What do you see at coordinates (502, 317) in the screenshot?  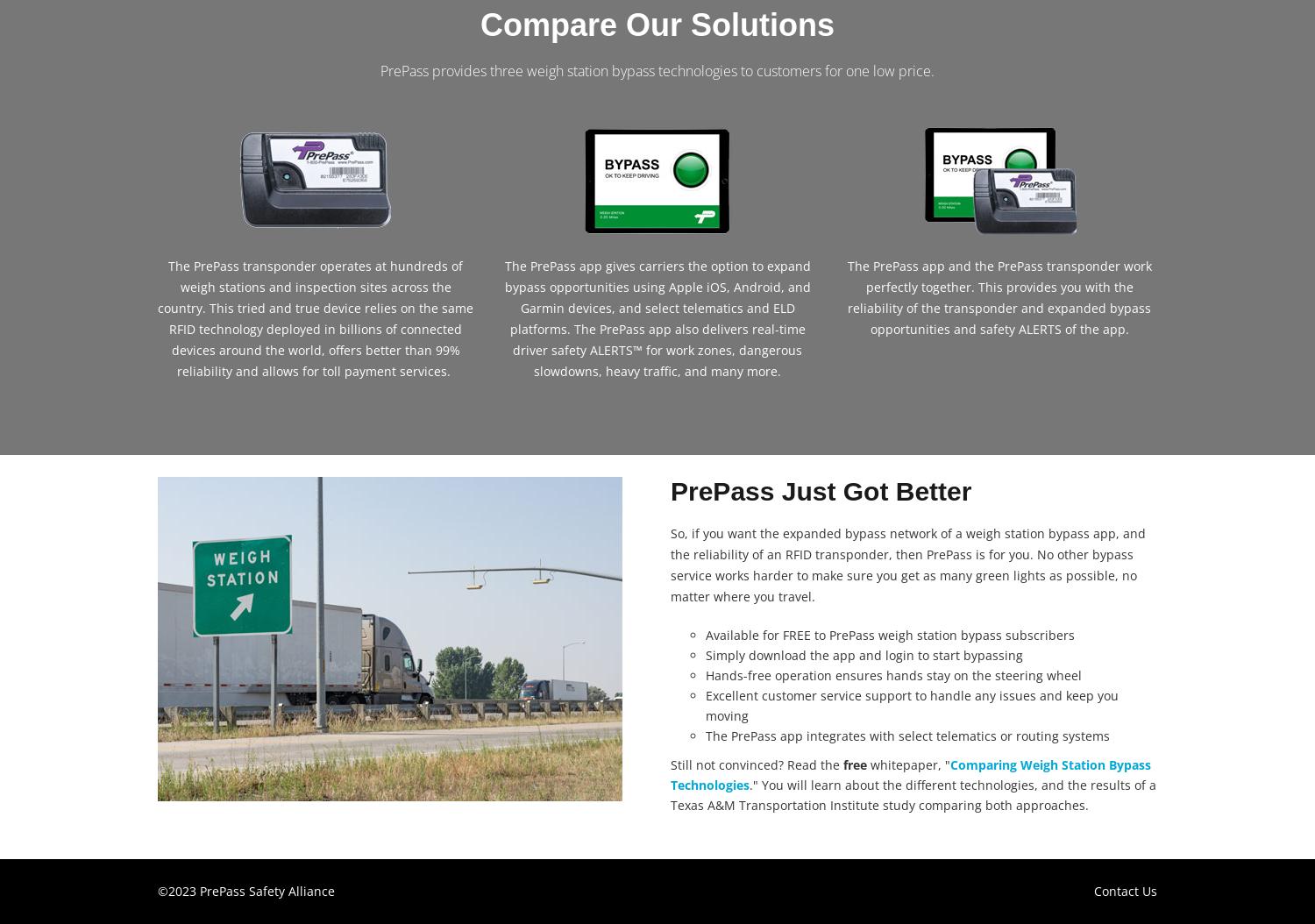 I see `'The PrePass app gives carriers the option to expand bypass opportunities using Apple iOS, Android, and Garmin devices, and select telematics and ELD platforms. The PrePass app also delivers real-time driver safety ALERTS™ for work zones, dangerous slowdowns, heavy traffic, and many more.'` at bounding box center [502, 317].